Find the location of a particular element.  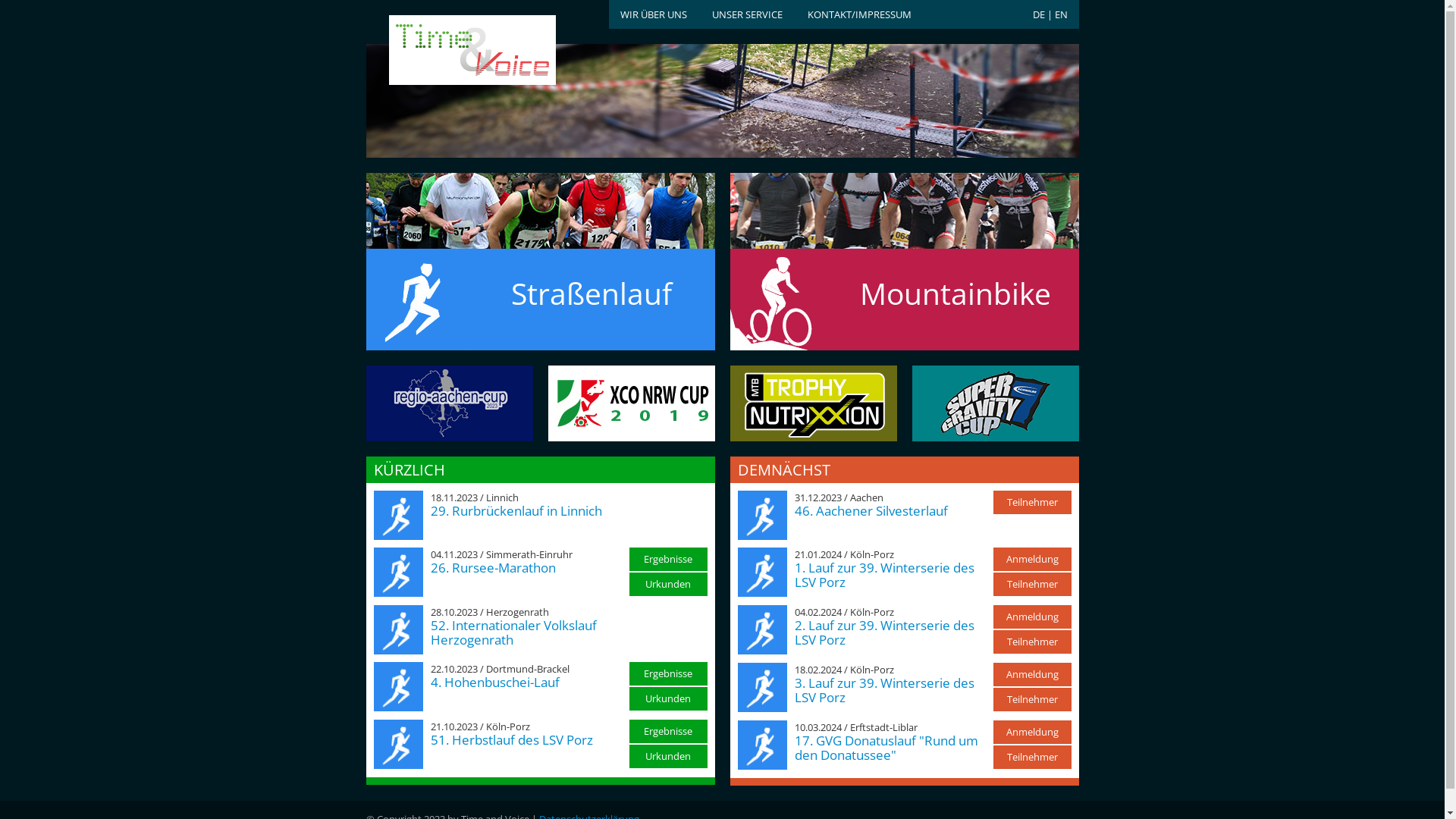

'UNSER SERVICE' is located at coordinates (746, 14).